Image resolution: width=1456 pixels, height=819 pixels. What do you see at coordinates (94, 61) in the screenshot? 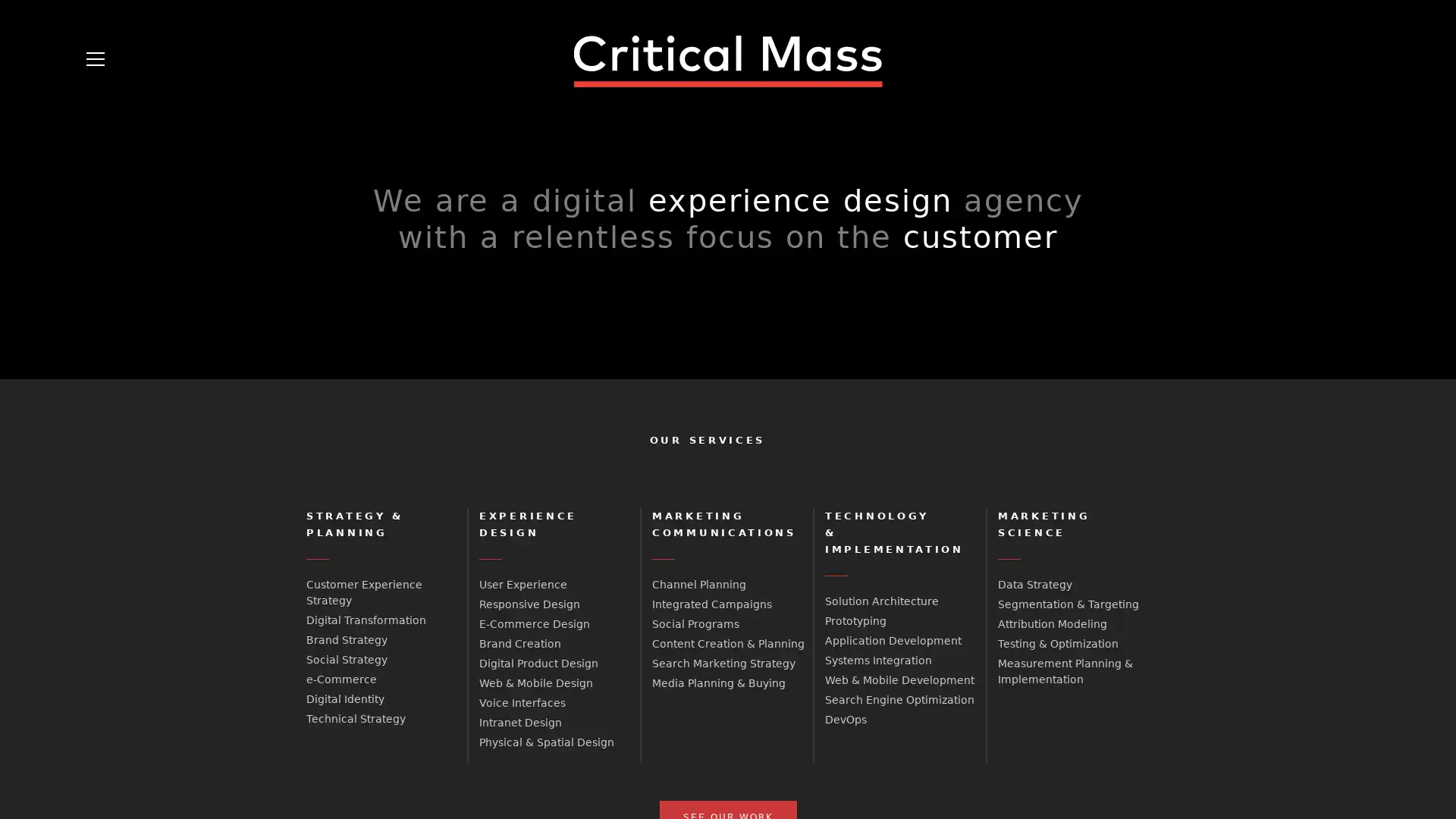
I see `Open Menu` at bounding box center [94, 61].